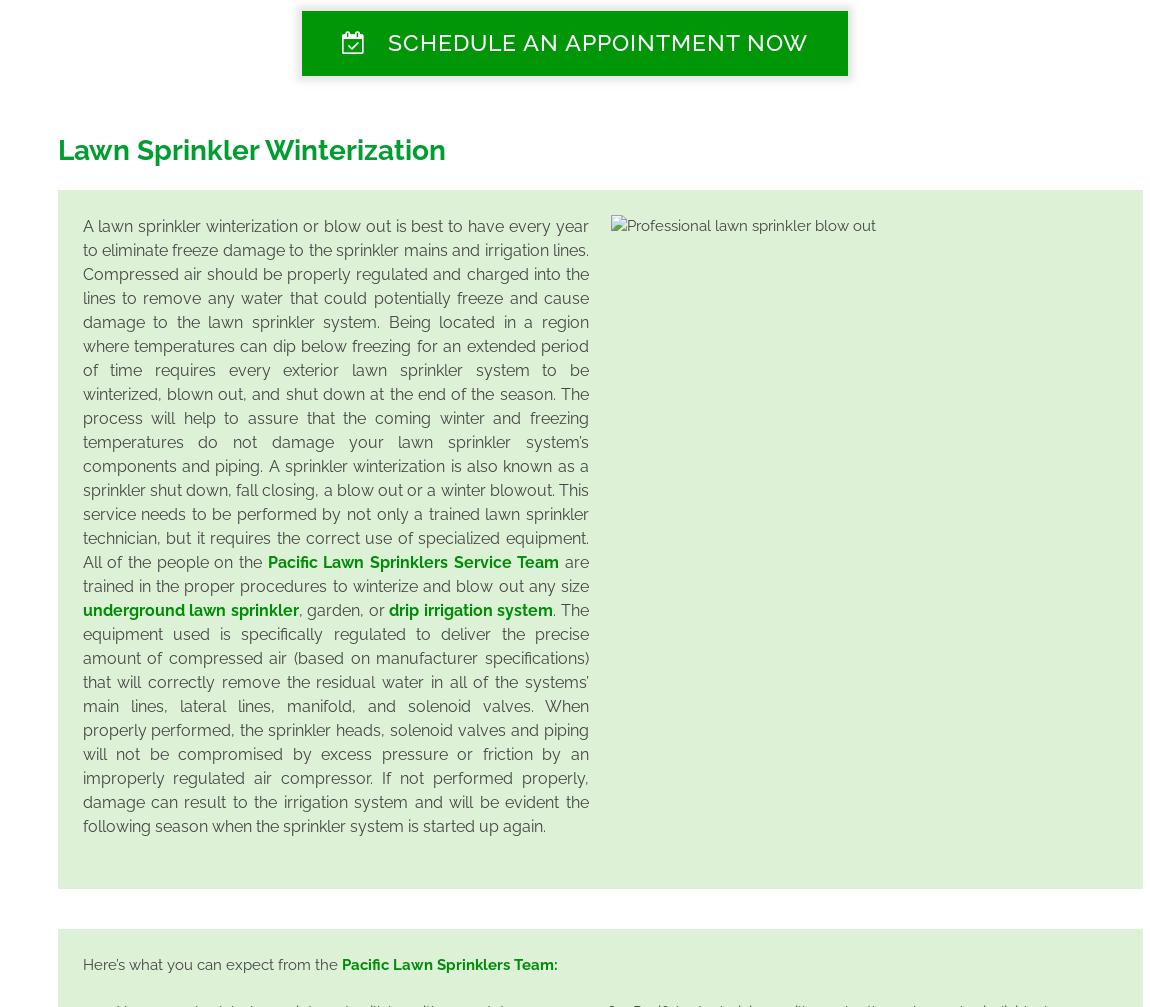  What do you see at coordinates (448, 963) in the screenshot?
I see `'Pacific Lawn Sprinklers Team:'` at bounding box center [448, 963].